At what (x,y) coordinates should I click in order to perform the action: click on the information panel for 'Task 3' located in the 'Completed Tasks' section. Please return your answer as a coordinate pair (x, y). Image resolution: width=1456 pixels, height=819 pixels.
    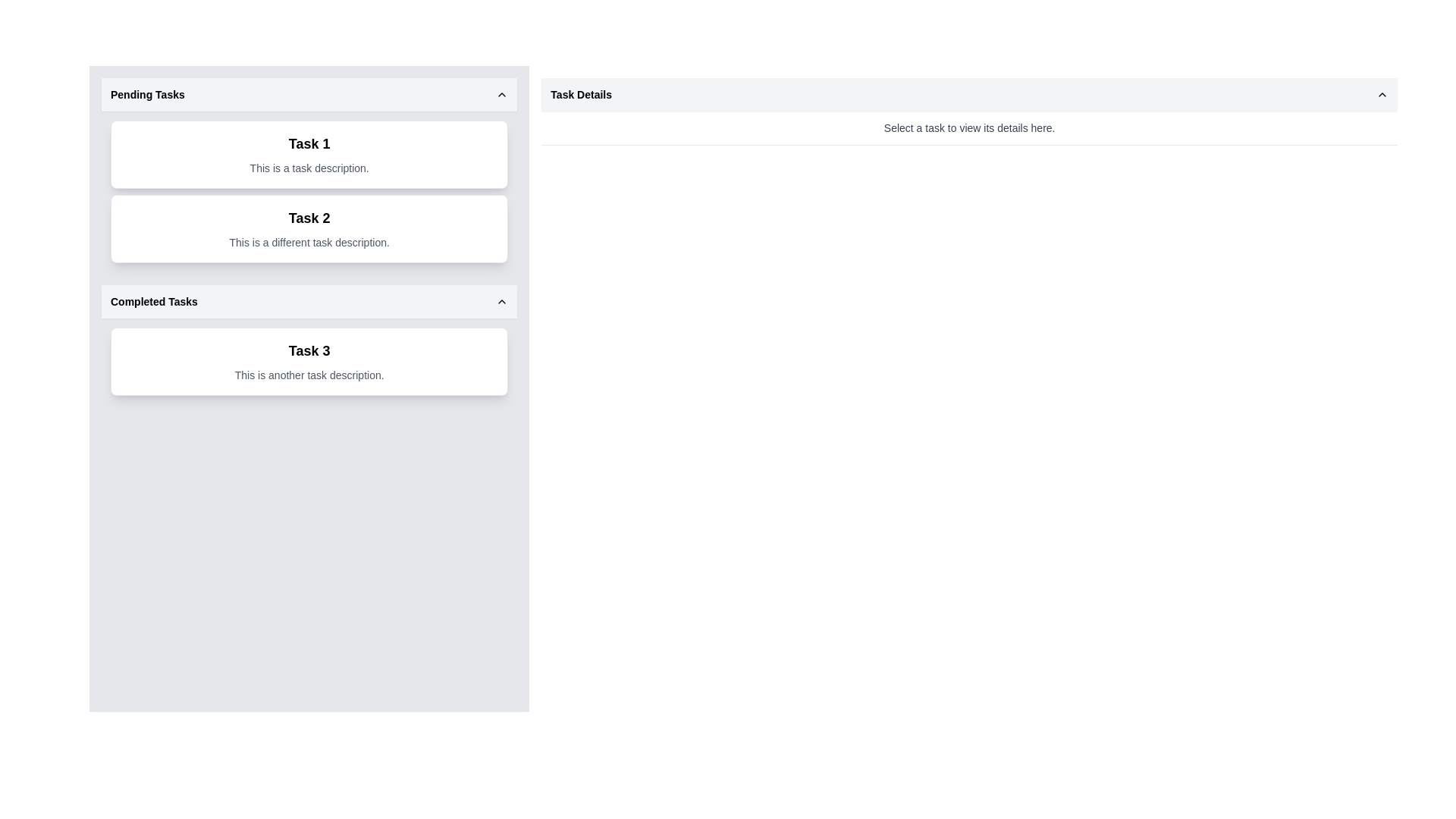
    Looking at the image, I should click on (309, 362).